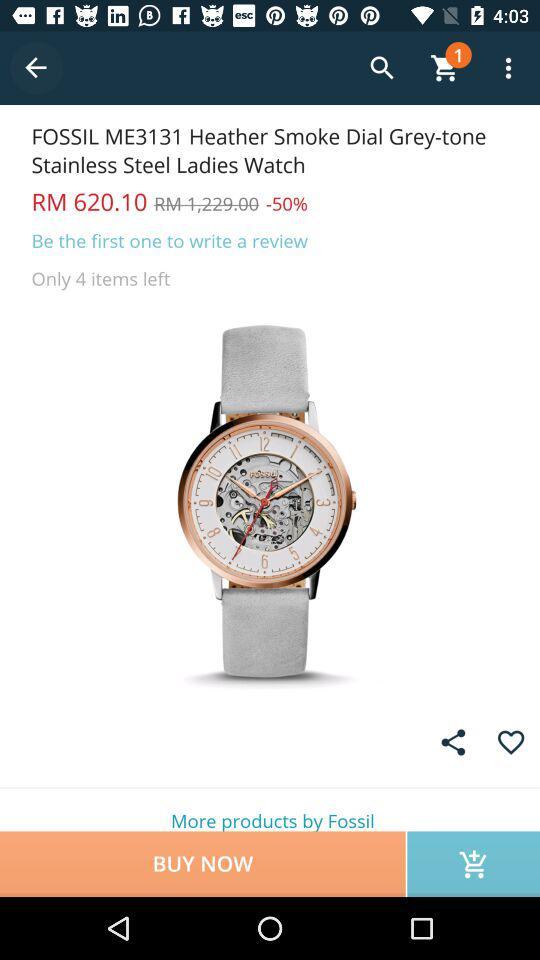 The height and width of the screenshot is (960, 540). What do you see at coordinates (270, 500) in the screenshot?
I see `the icon below only 4 items` at bounding box center [270, 500].